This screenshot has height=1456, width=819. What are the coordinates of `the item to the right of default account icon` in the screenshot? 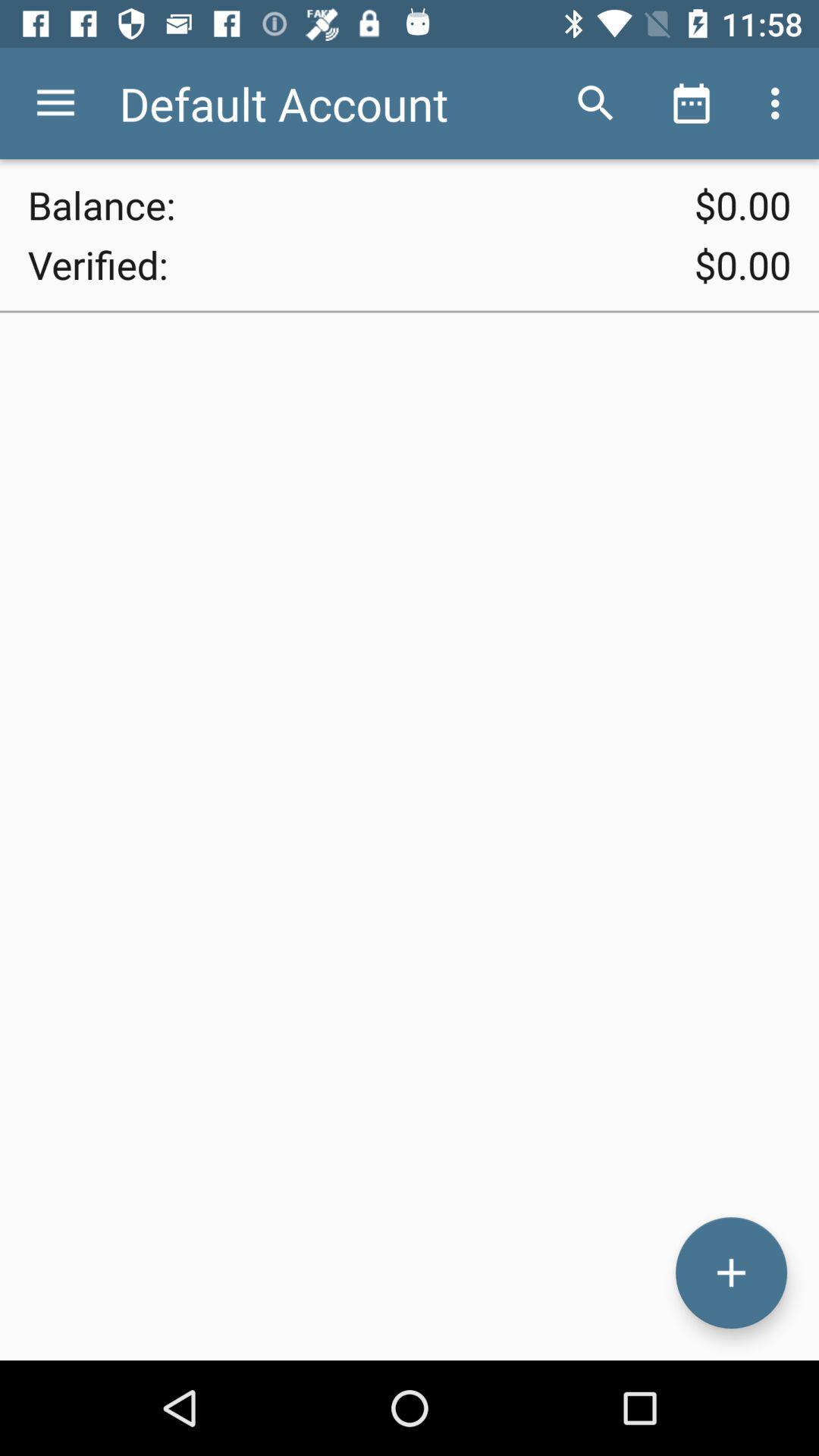 It's located at (595, 102).